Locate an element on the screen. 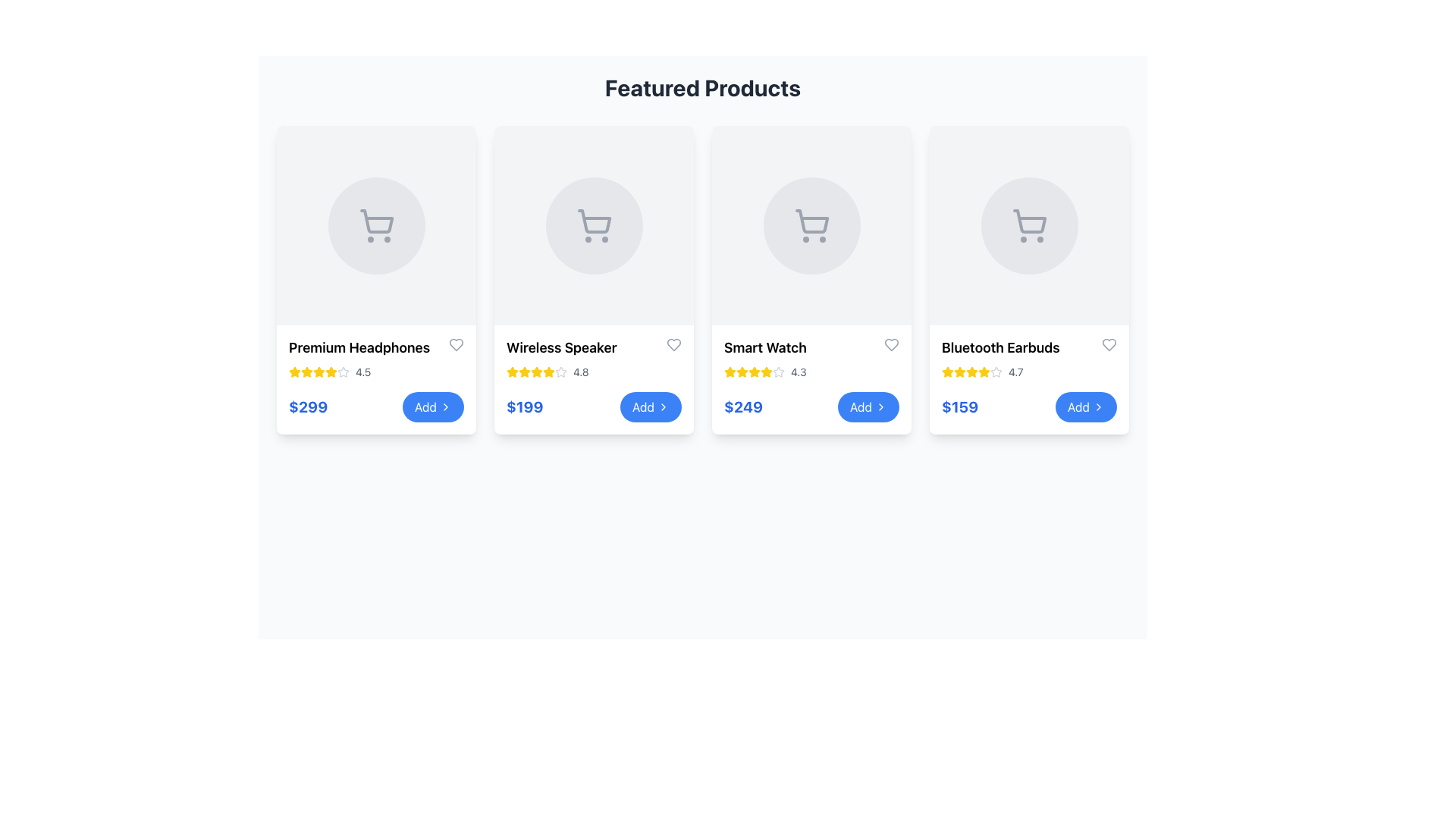  the decorative icon indicating the shopping-related feature of the 'Wireless Speaker' product, located at the center of the circular area on the card in the second column of the products grid is located at coordinates (593, 225).